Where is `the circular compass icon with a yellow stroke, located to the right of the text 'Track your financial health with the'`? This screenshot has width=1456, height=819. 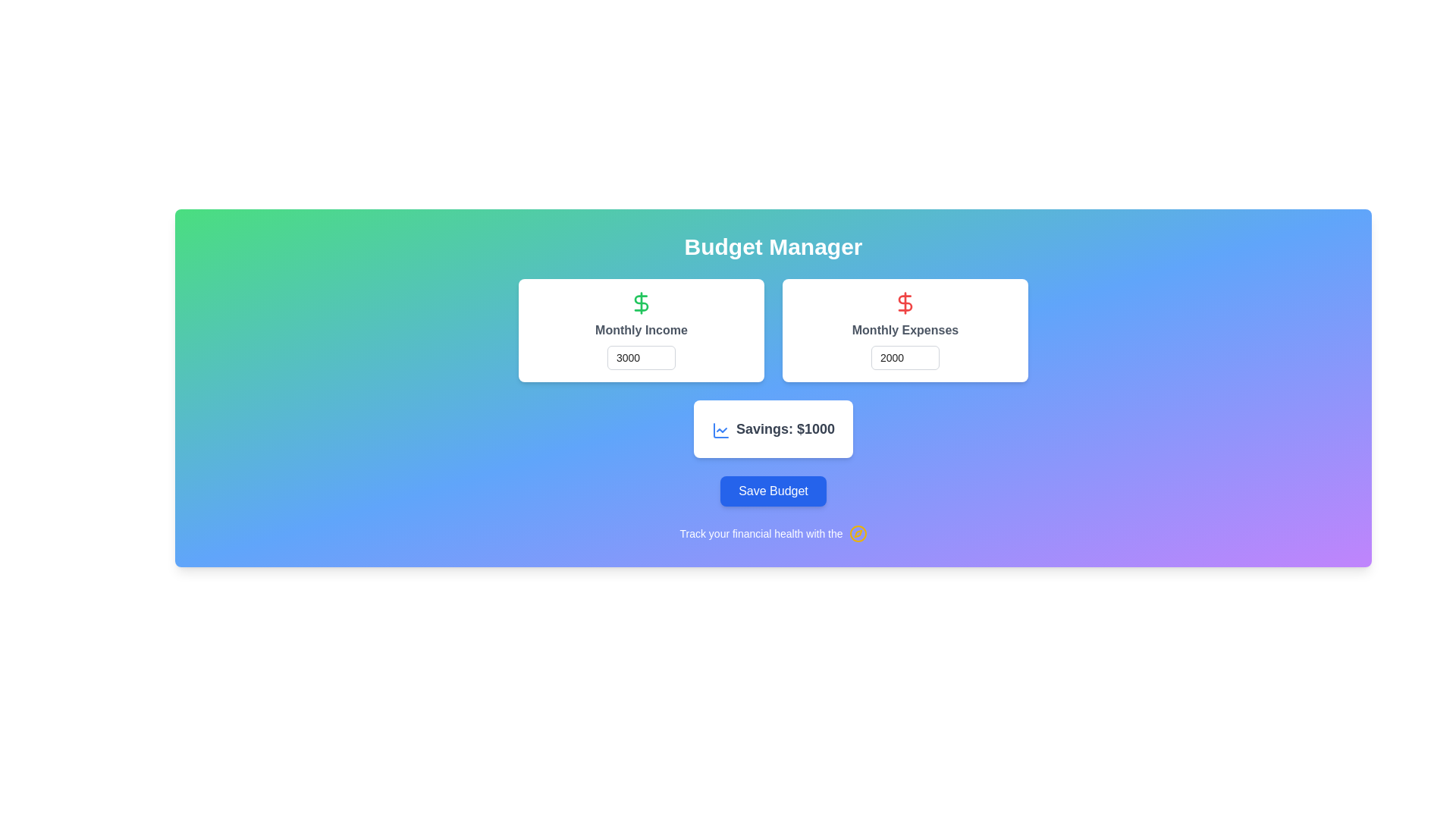
the circular compass icon with a yellow stroke, located to the right of the text 'Track your financial health with the' is located at coordinates (858, 533).